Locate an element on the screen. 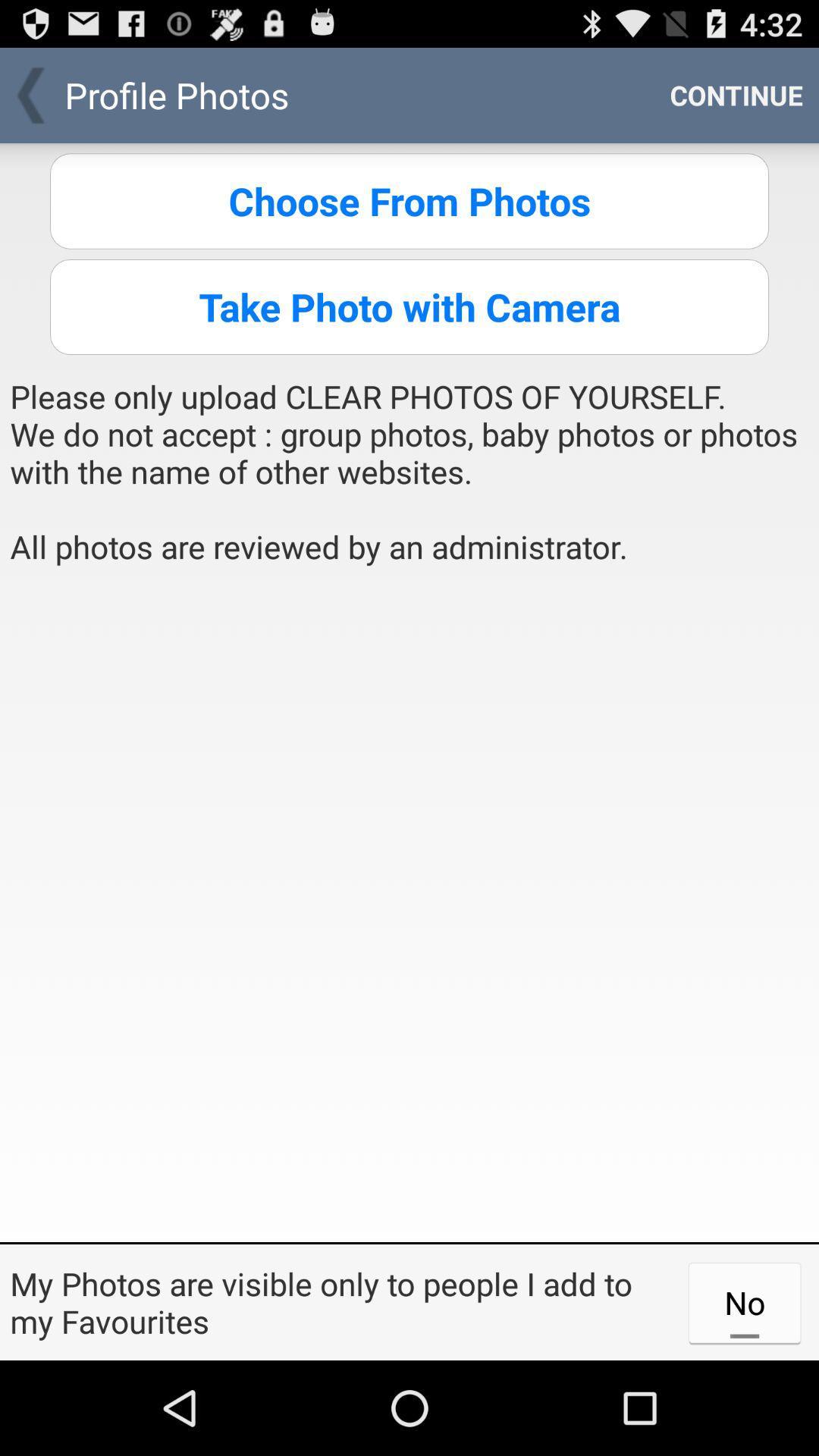 The width and height of the screenshot is (819, 1456). button below choose from photos button is located at coordinates (409, 306).